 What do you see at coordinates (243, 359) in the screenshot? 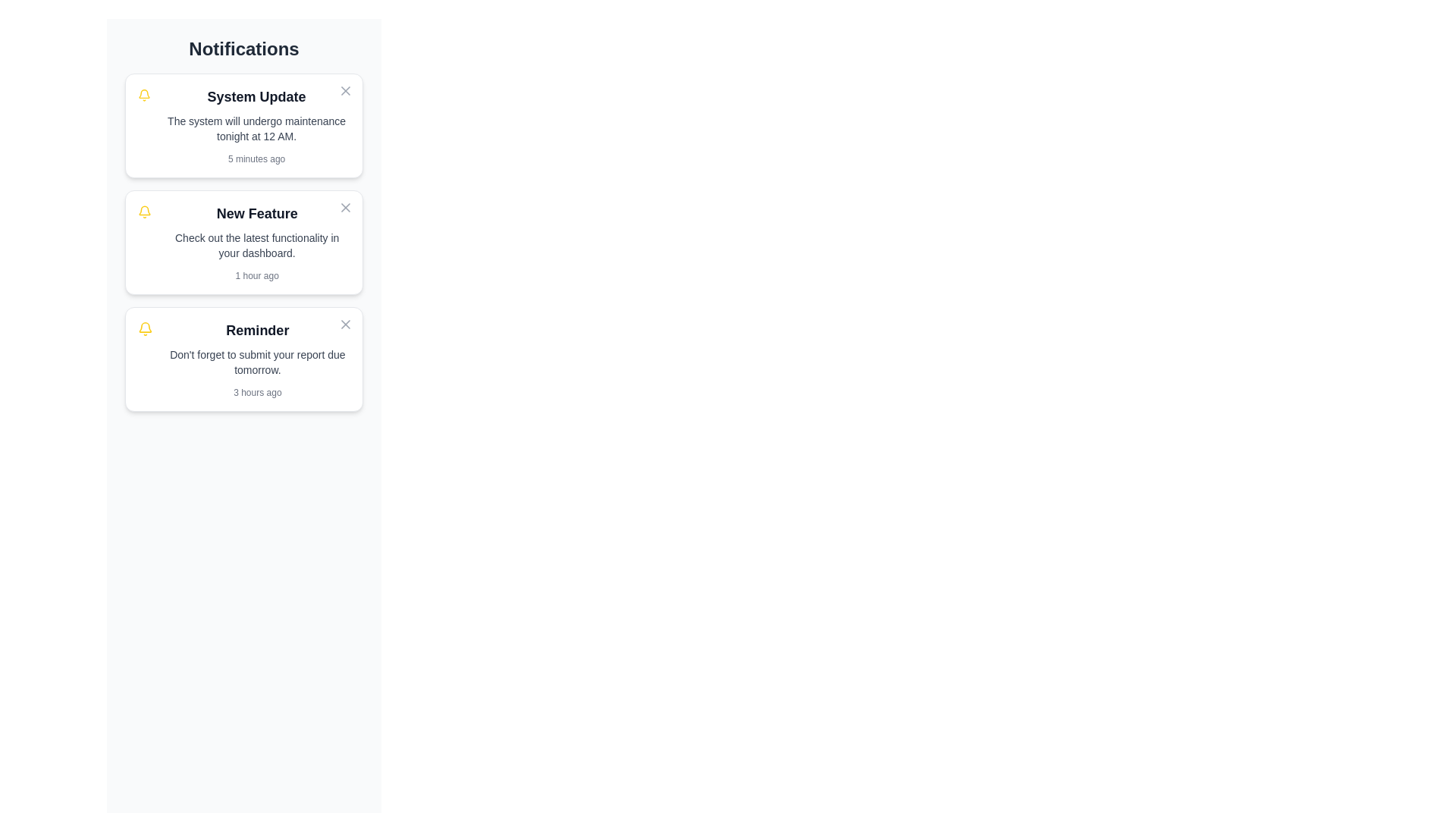
I see `the notification card that serves as an important reminder, located at the bottom of the notification list` at bounding box center [243, 359].